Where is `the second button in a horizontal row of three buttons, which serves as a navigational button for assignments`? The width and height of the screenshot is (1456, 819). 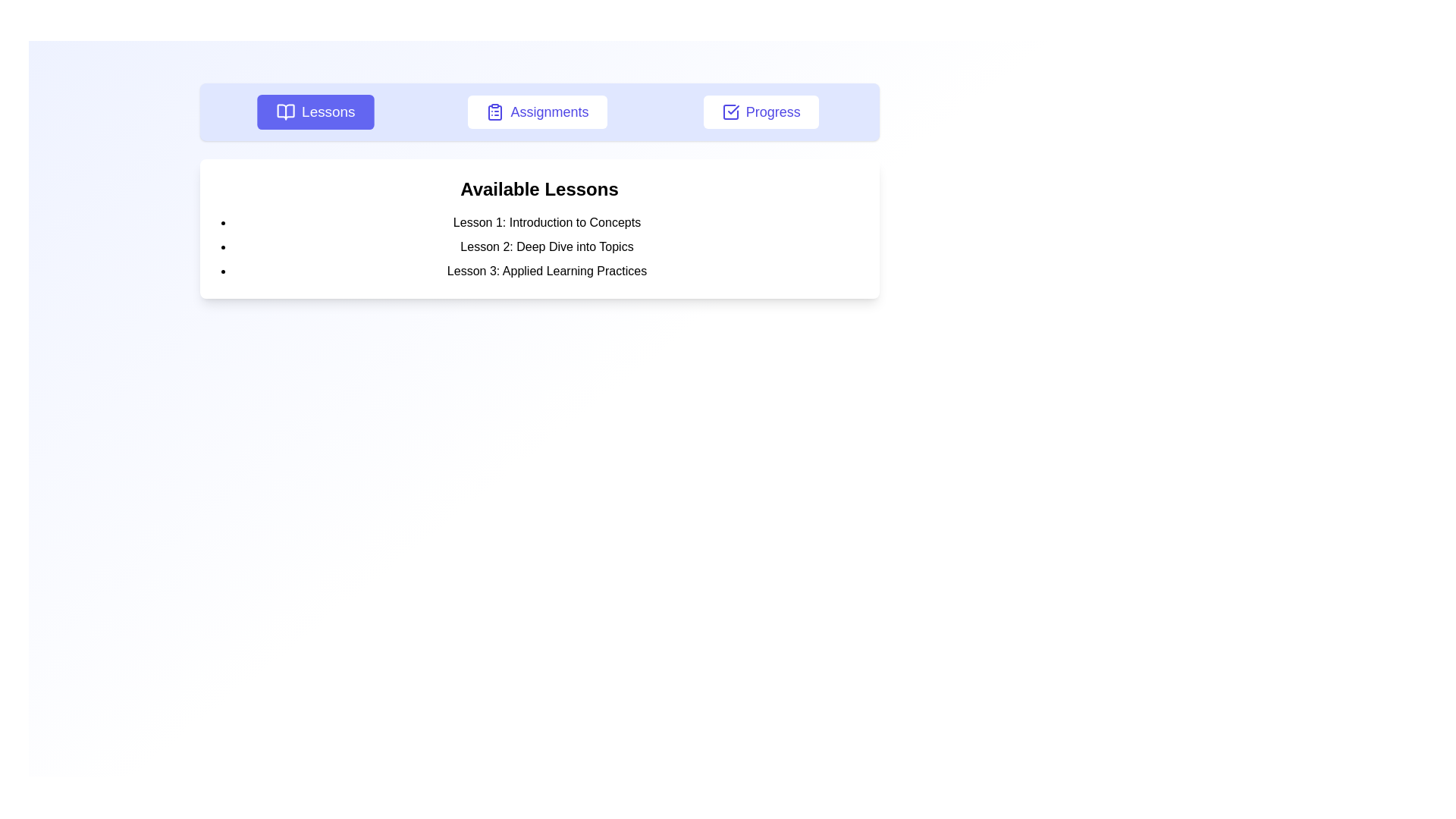
the second button in a horizontal row of three buttons, which serves as a navigational button for assignments is located at coordinates (538, 111).